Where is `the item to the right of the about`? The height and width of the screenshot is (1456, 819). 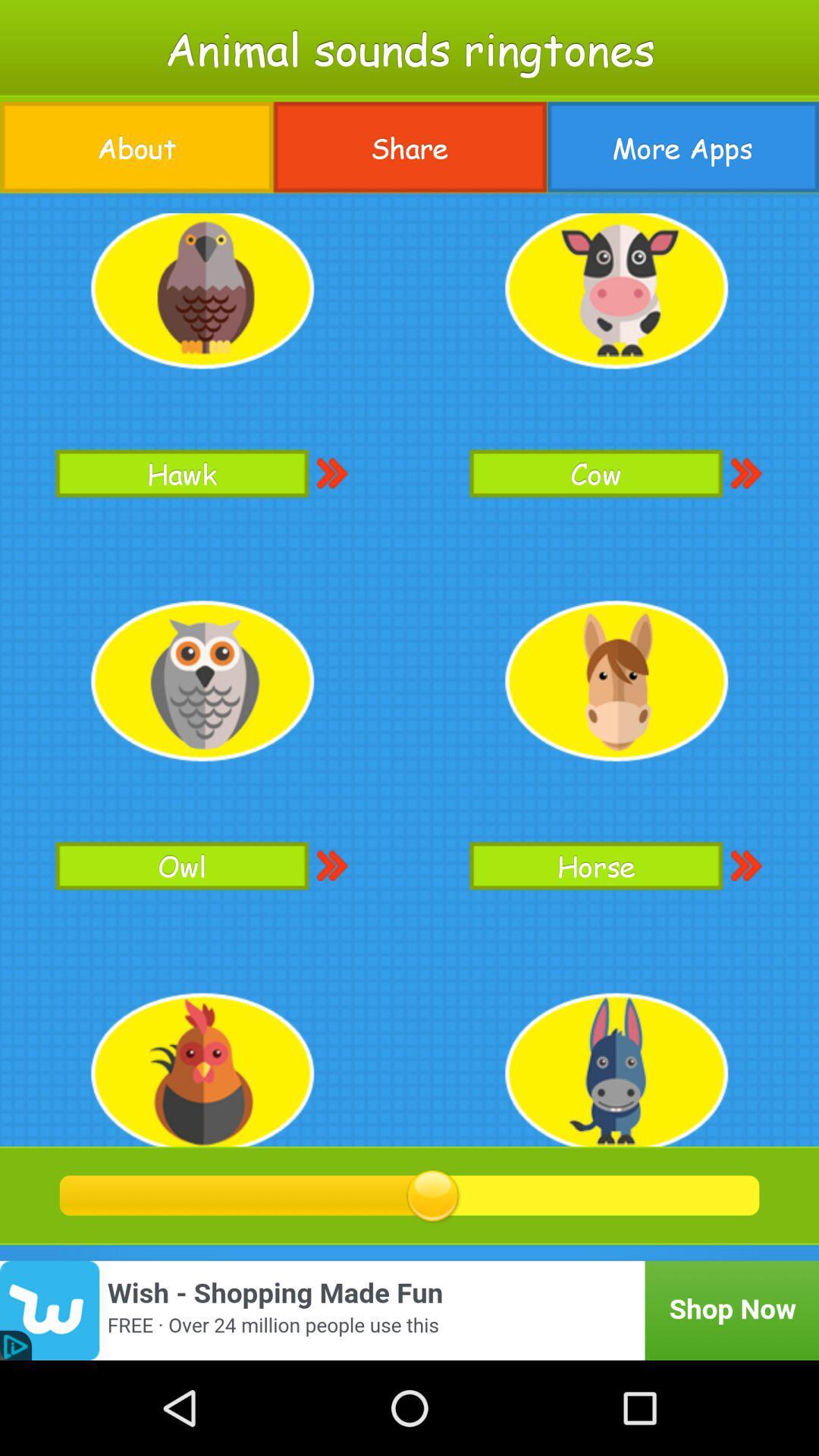 the item to the right of the about is located at coordinates (409, 147).